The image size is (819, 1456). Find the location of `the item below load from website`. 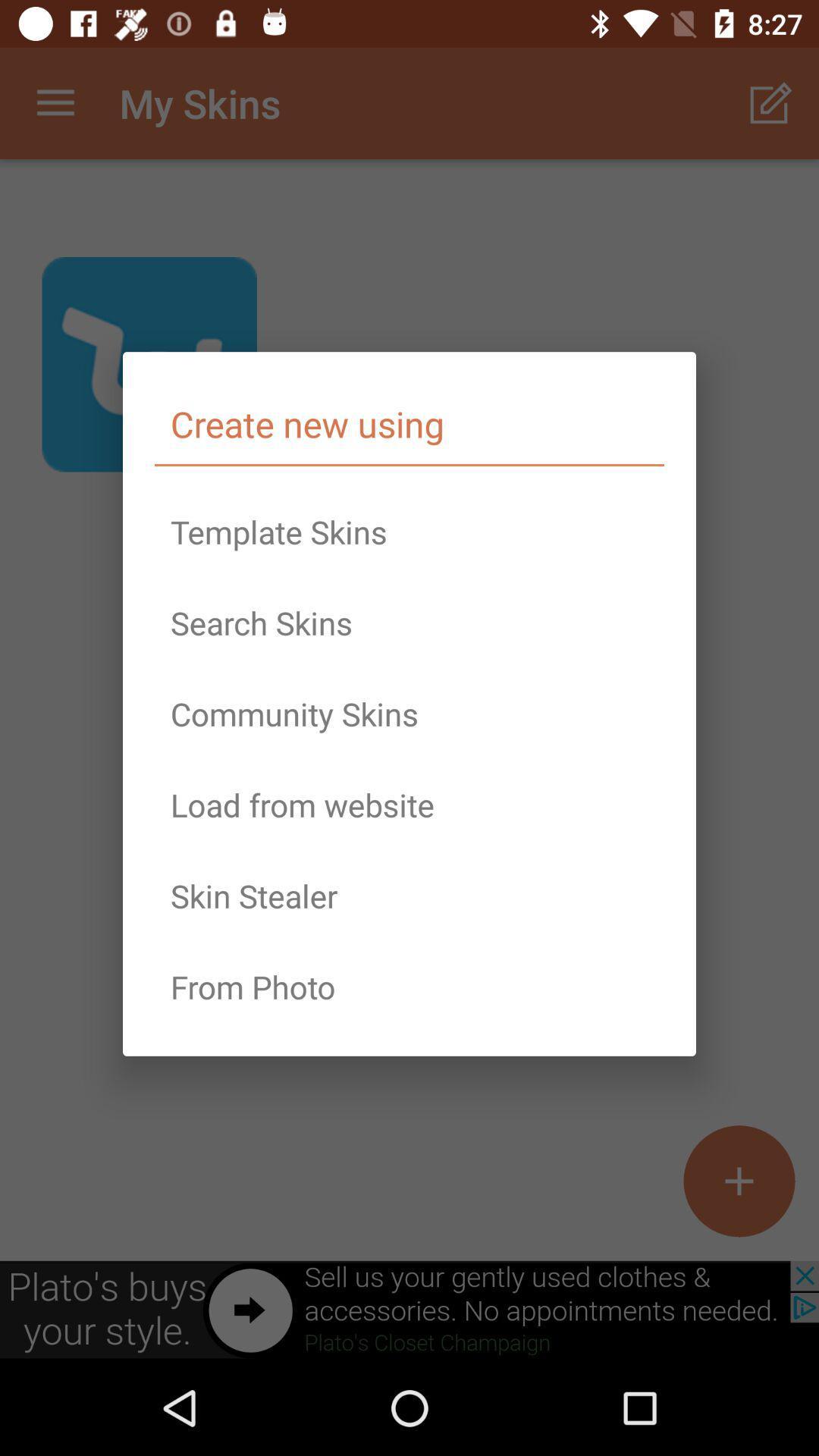

the item below load from website is located at coordinates (409, 896).